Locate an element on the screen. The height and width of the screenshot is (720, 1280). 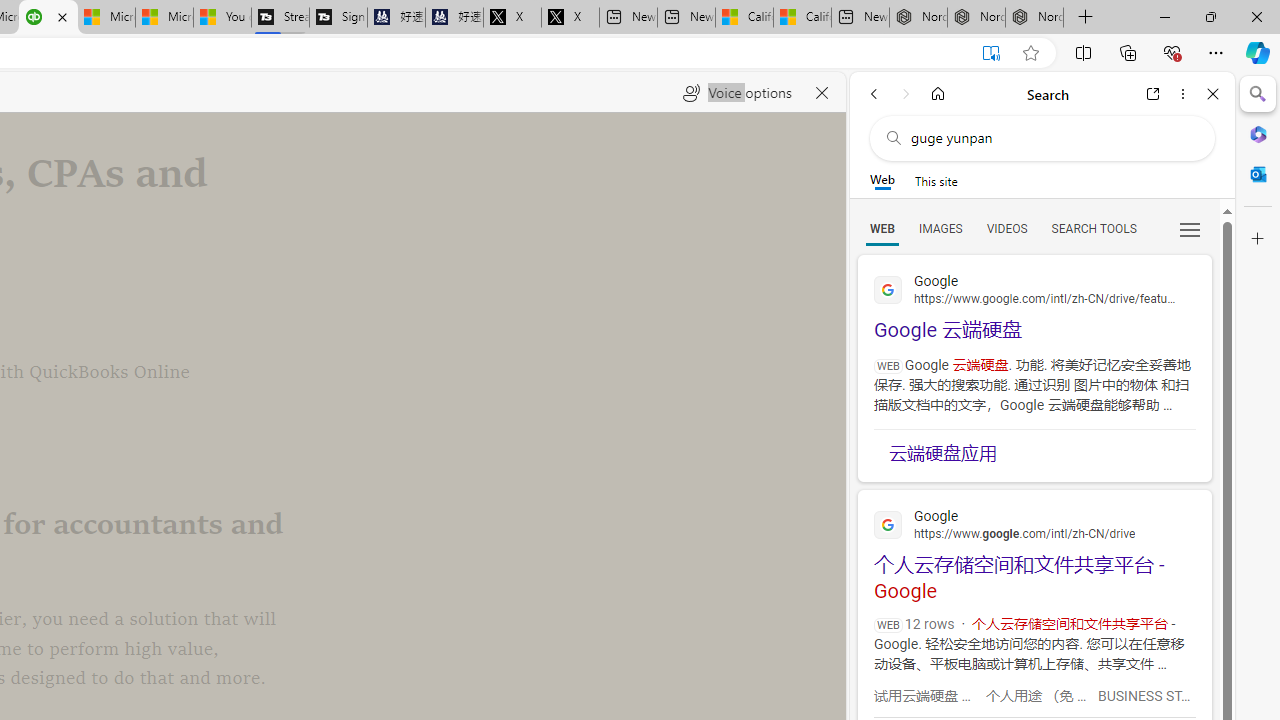
'Customize' is located at coordinates (1257, 238).